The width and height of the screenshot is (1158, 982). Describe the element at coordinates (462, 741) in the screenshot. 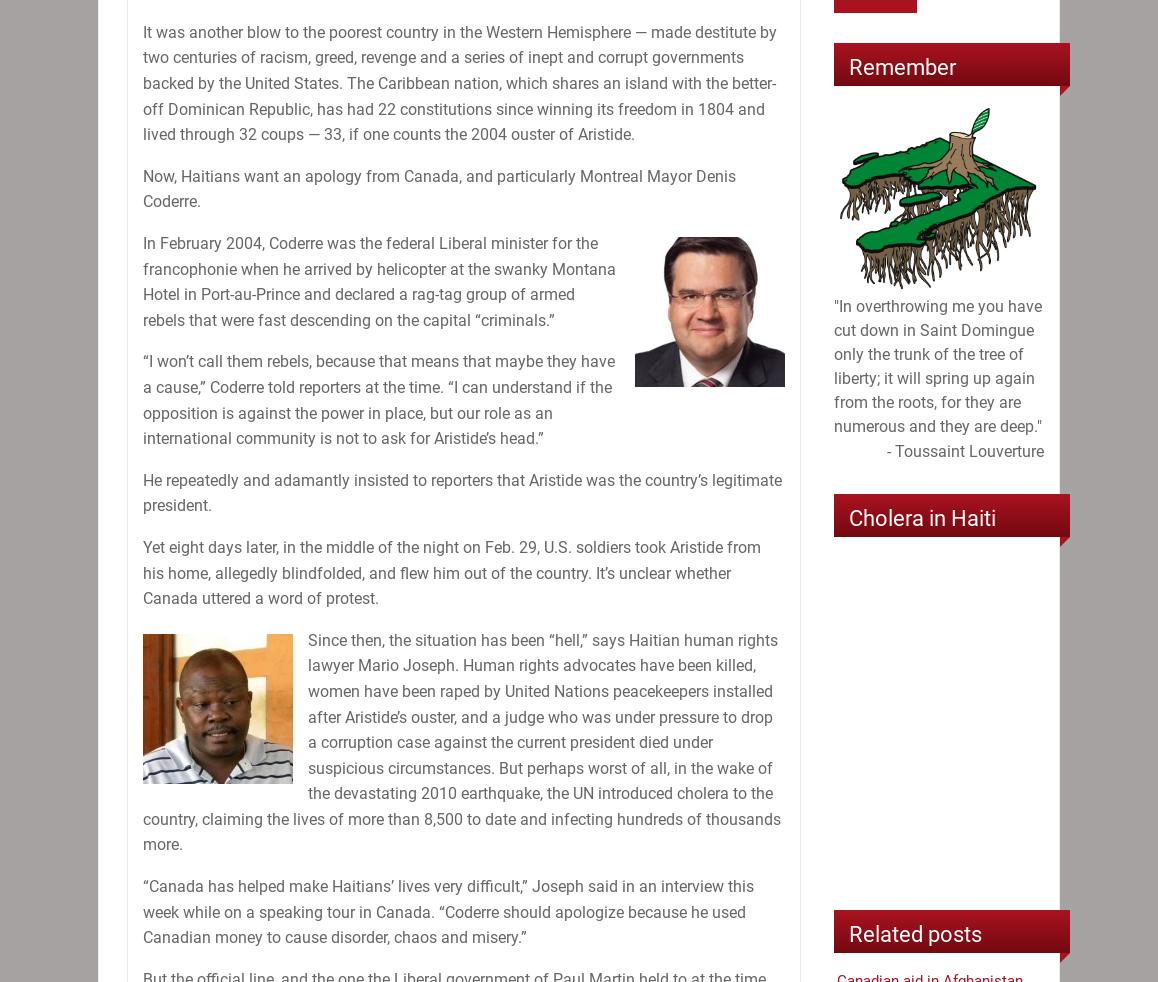

I see `'Since then, the situation has been “hell,” says Haitian human rights lawyer Mario Joseph. Human rights advocates have been killed, women have been raped by United Nations peacekeepers installed after Aristide’s ouster, and a judge who was under pressure to drop a corruption case against the current president died under suspicious circumstances. But perhaps worst of all, in the wake of the devastating 2010 earthquake, the UN introduced cholera to the country, claiming the lives of more than 8,500 to date and infecting hundreds of thousands more.'` at that location.